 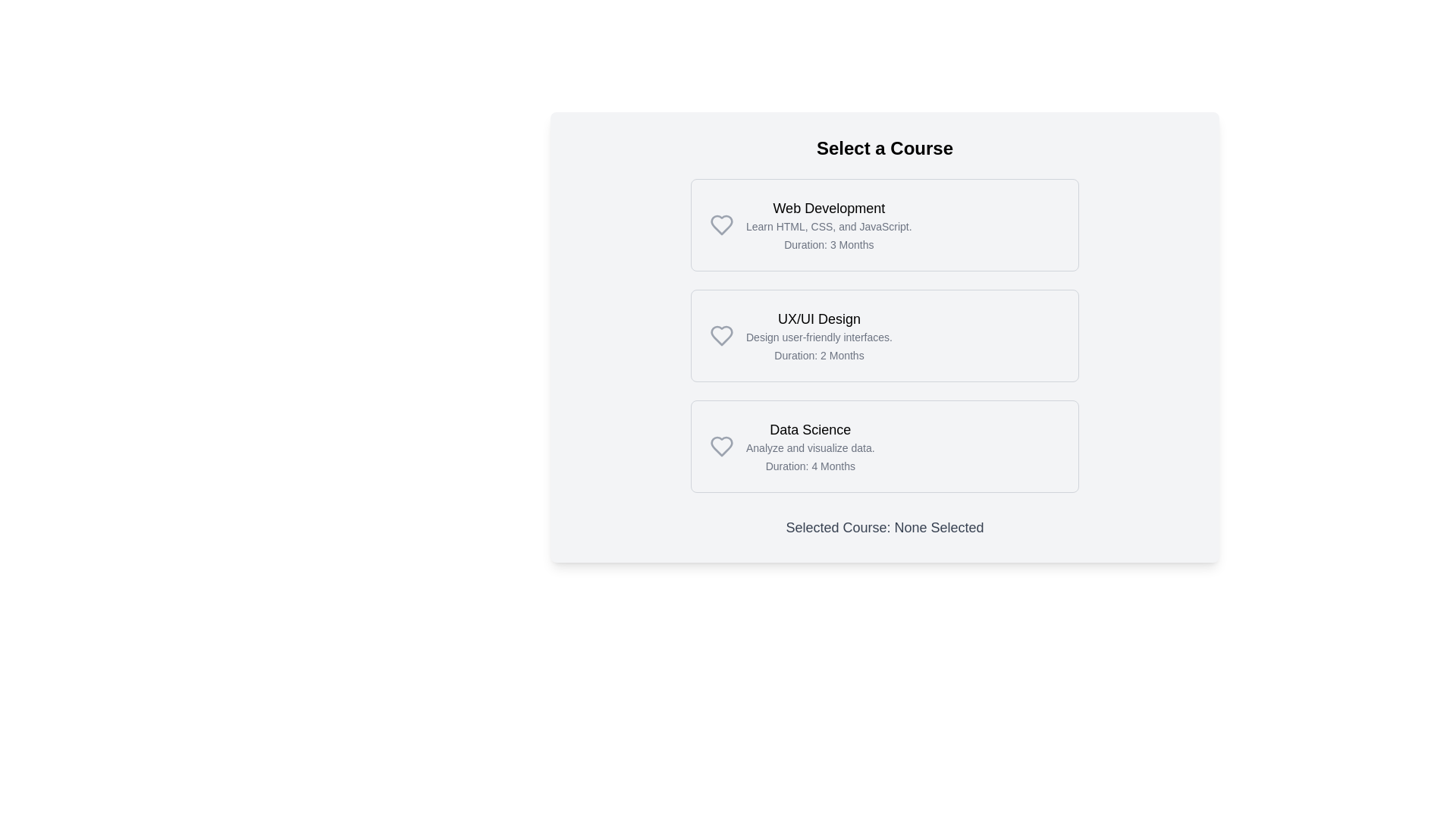 What do you see at coordinates (884, 335) in the screenshot?
I see `the 'UX/UI Design' button, which is the second button in a vertical list of three buttons` at bounding box center [884, 335].